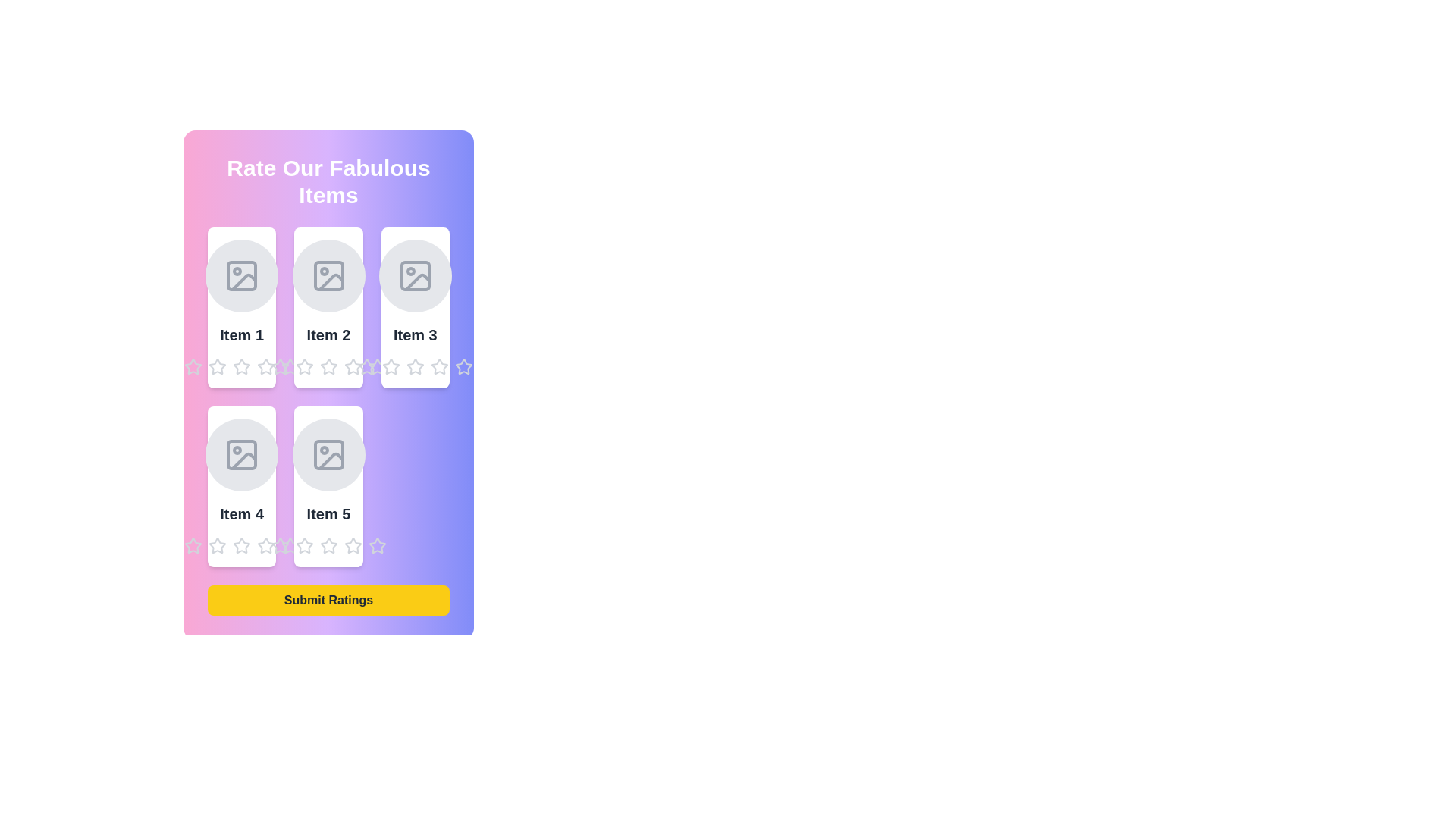  Describe the element at coordinates (415, 275) in the screenshot. I see `the image placeholder for Item 3` at that location.